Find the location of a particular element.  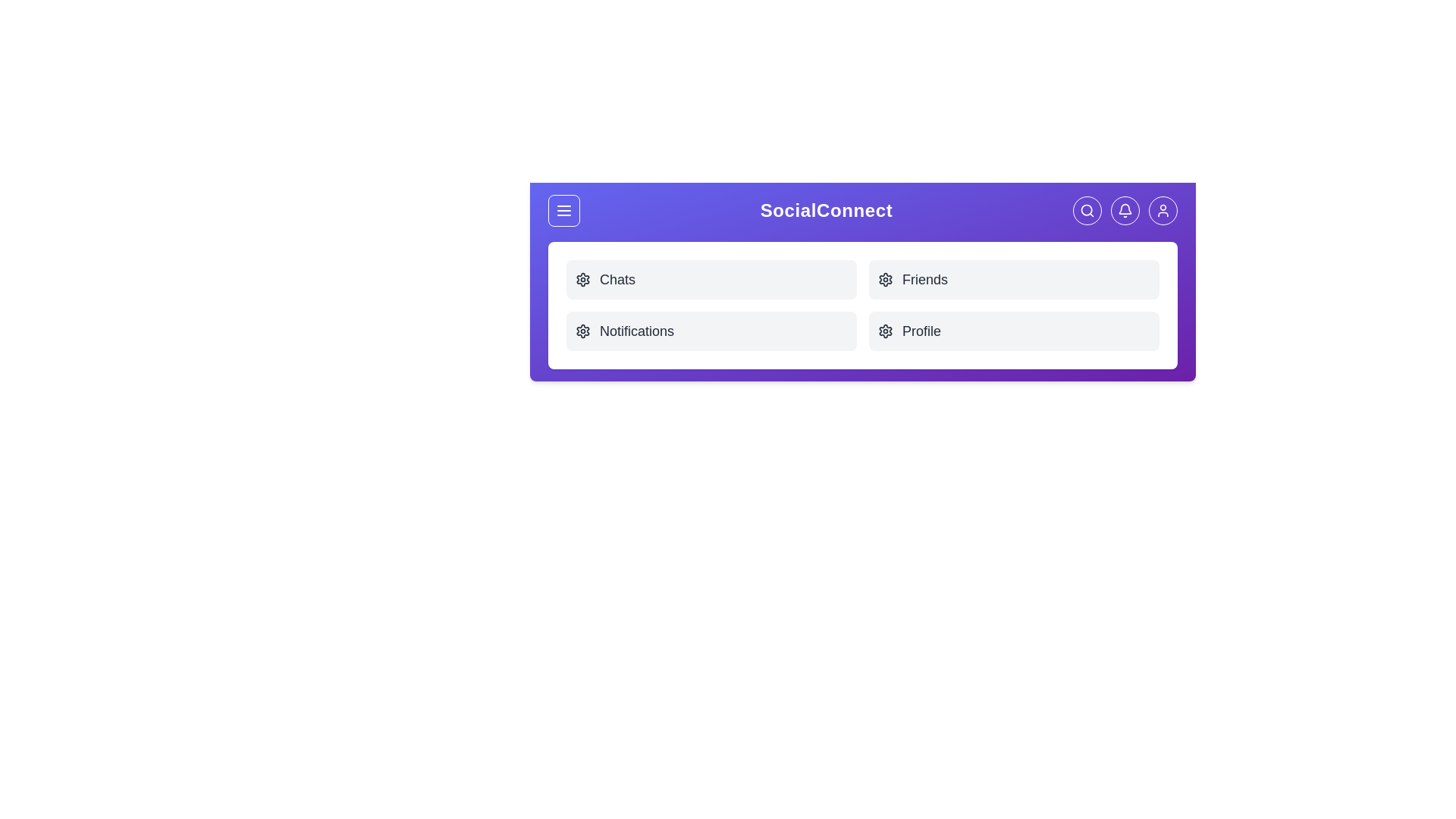

the Notifications button in the navigation bar is located at coordinates (1125, 210).